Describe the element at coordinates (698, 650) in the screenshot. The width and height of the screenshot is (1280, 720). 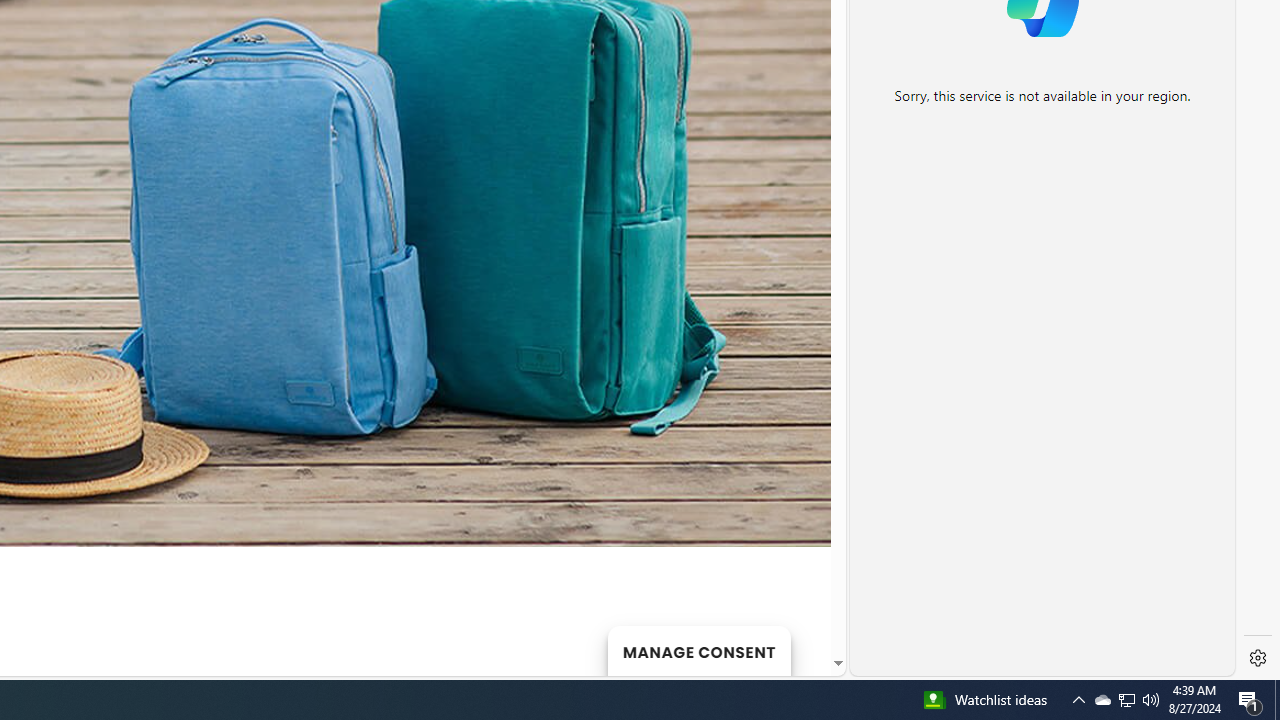
I see `'MANAGE CONSENT'` at that location.